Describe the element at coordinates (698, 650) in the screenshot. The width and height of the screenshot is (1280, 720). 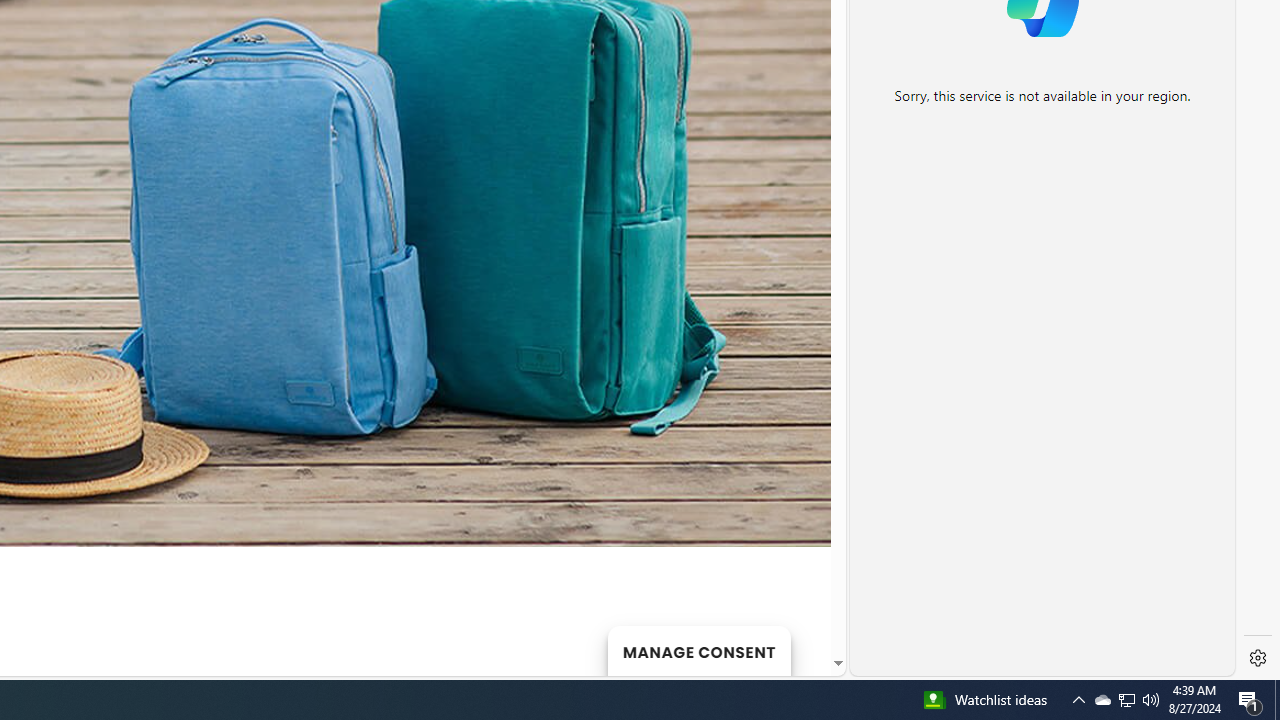
I see `'MANAGE CONSENT'` at that location.